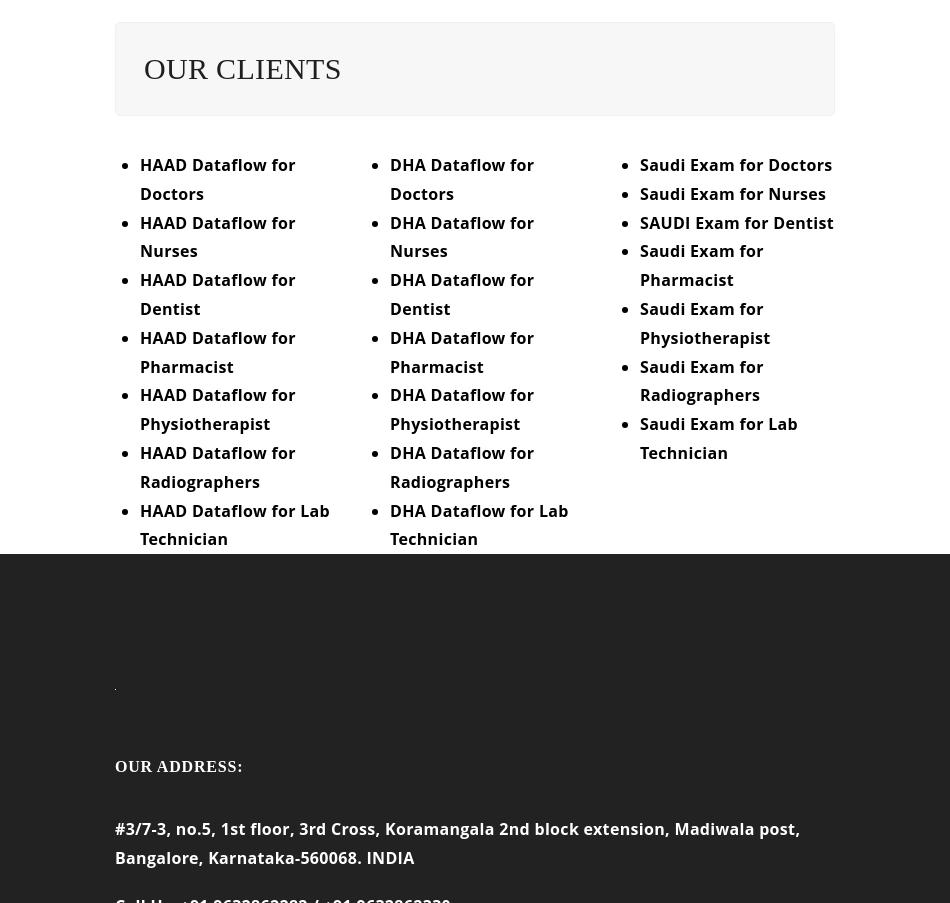  Describe the element at coordinates (704, 336) in the screenshot. I see `'Saudi Exam for Physiotherapist'` at that location.